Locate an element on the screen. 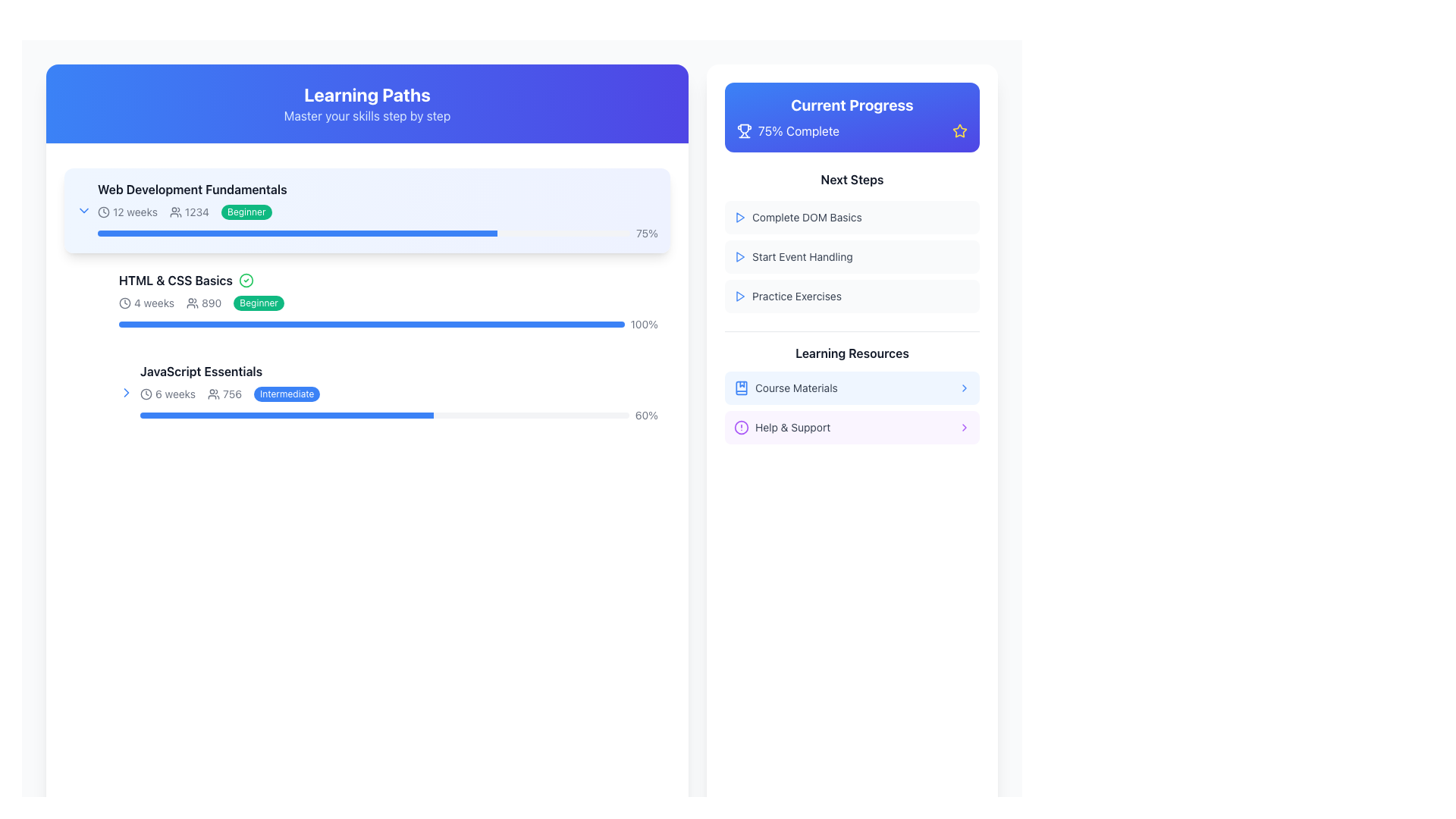 The width and height of the screenshot is (1456, 819). the star-shaped icon in golden yellow located at the top-right corner of the 'Current Progress' card, next to the '75% Complete' text is located at coordinates (959, 130).